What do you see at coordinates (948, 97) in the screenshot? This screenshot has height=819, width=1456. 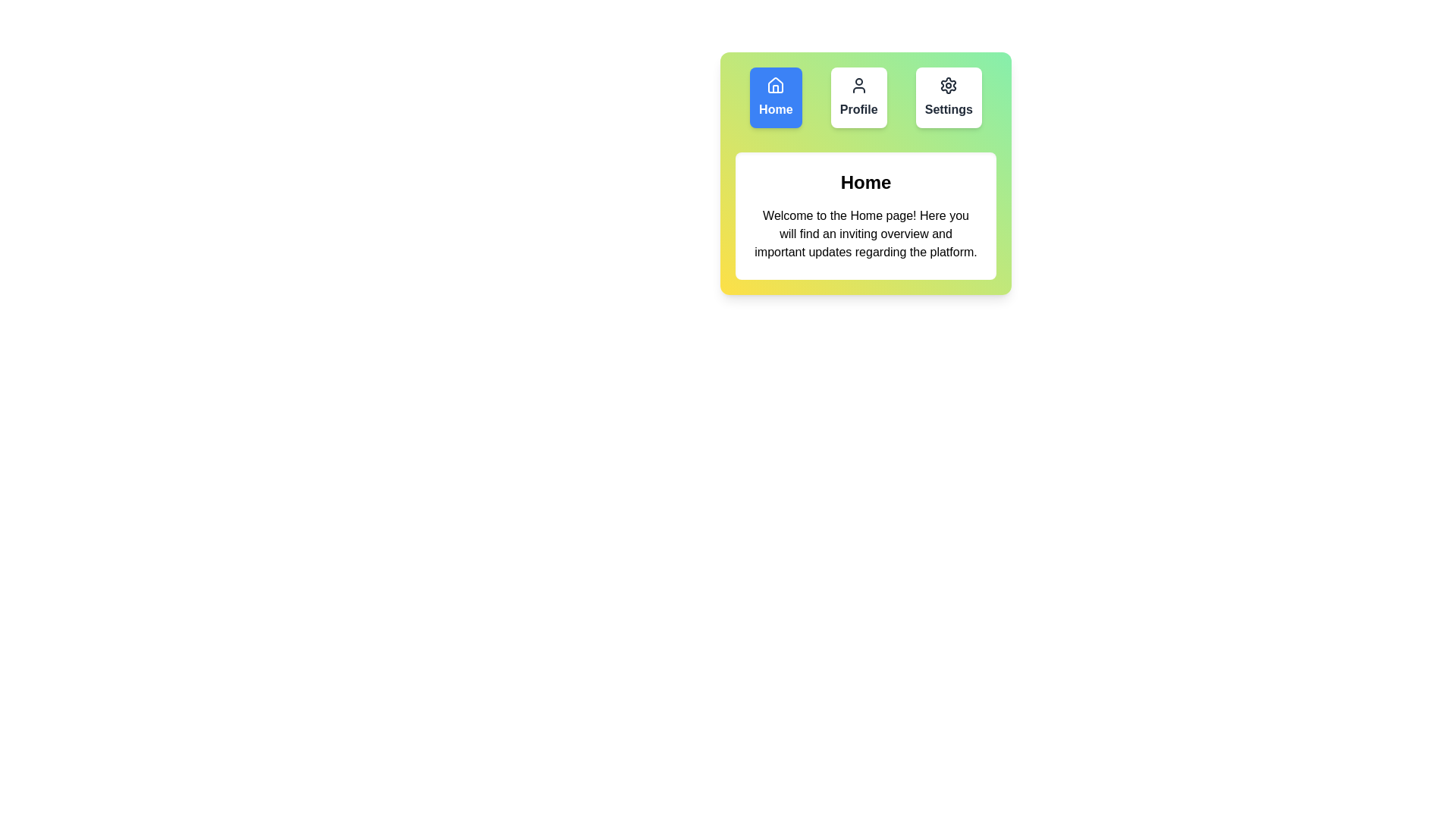 I see `the Settings button to observe its visual transition` at bounding box center [948, 97].